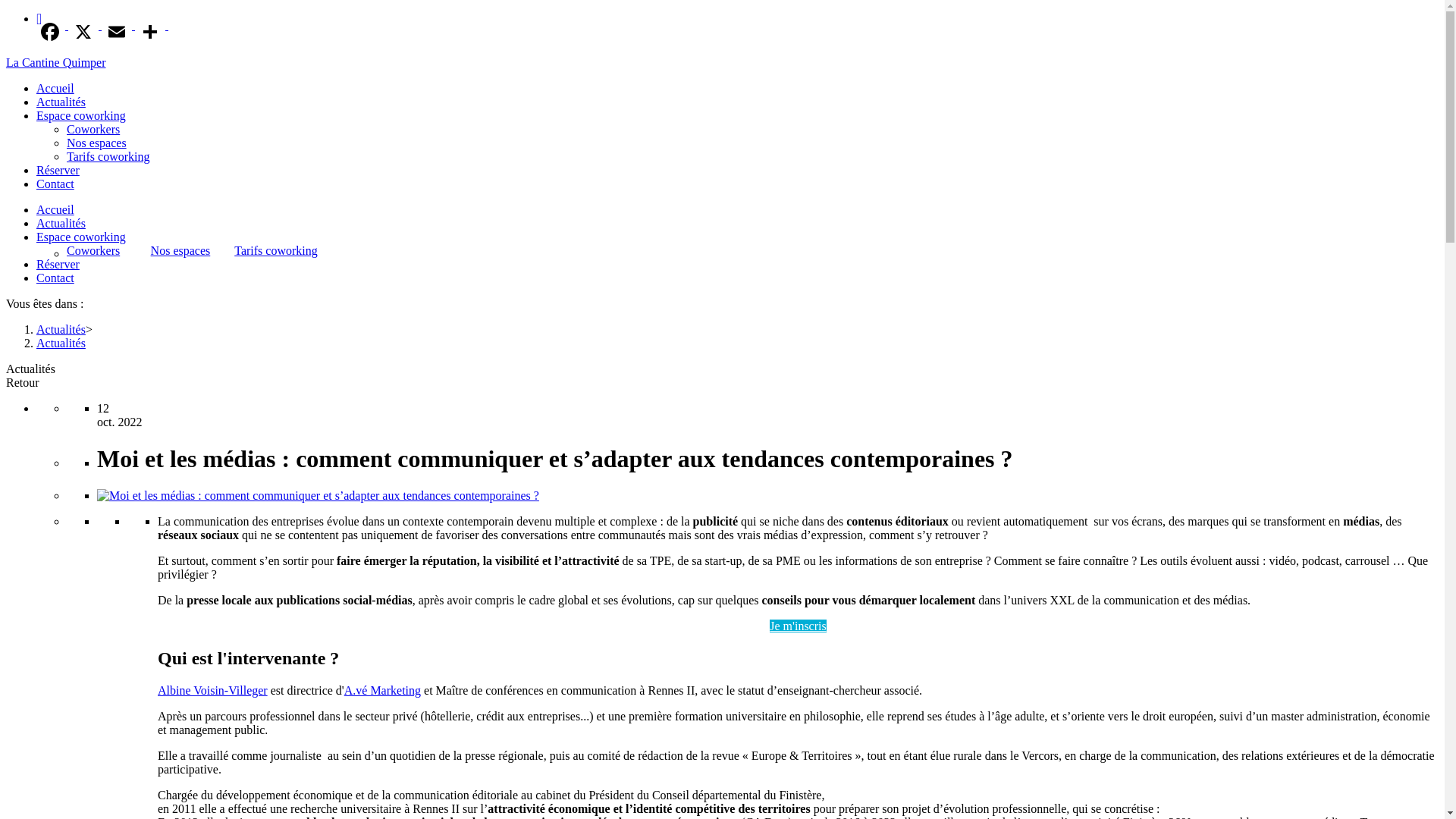  Describe the element at coordinates (55, 183) in the screenshot. I see `'Contact'` at that location.